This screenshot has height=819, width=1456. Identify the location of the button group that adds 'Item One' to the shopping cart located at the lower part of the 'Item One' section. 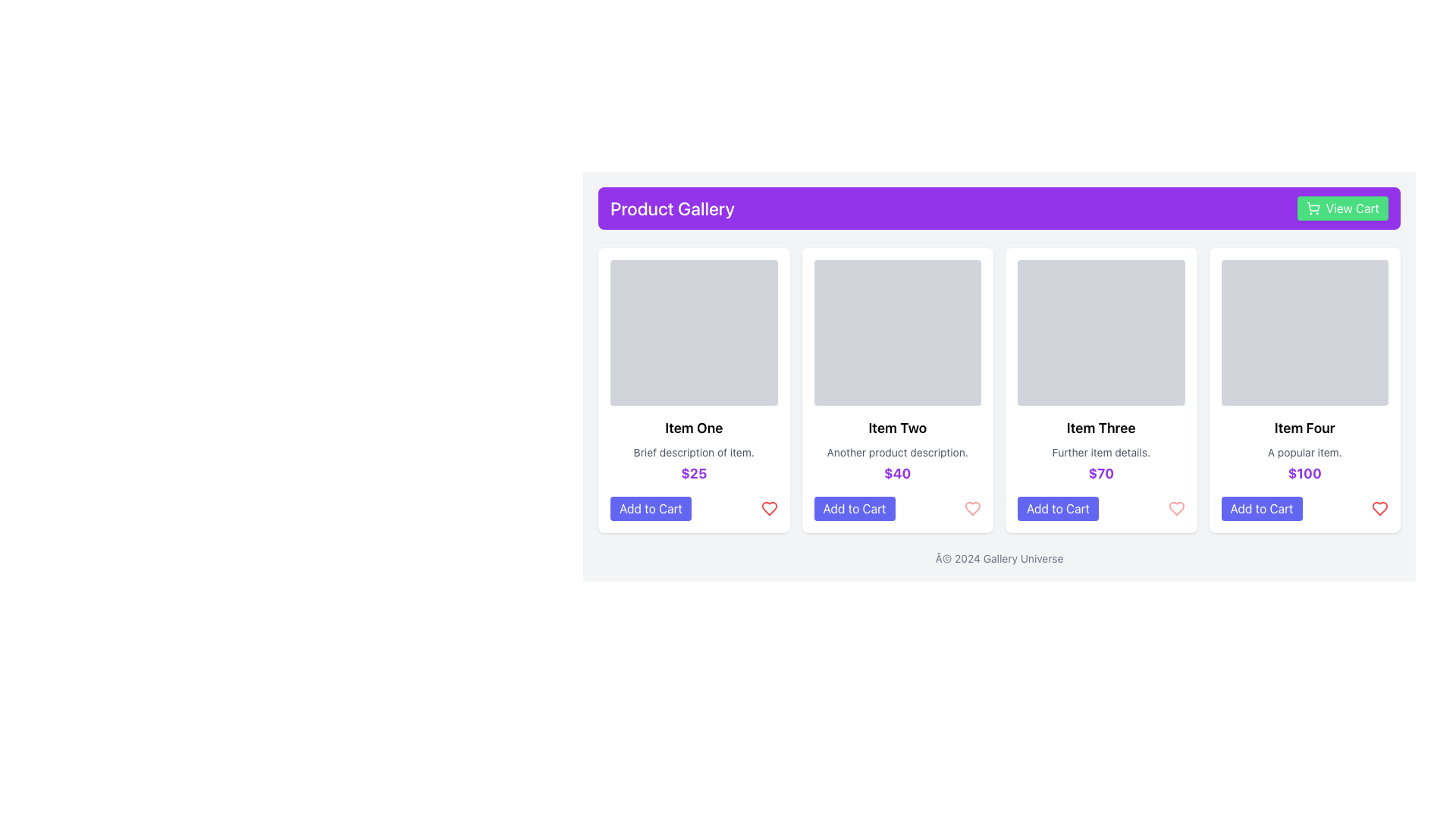
(693, 509).